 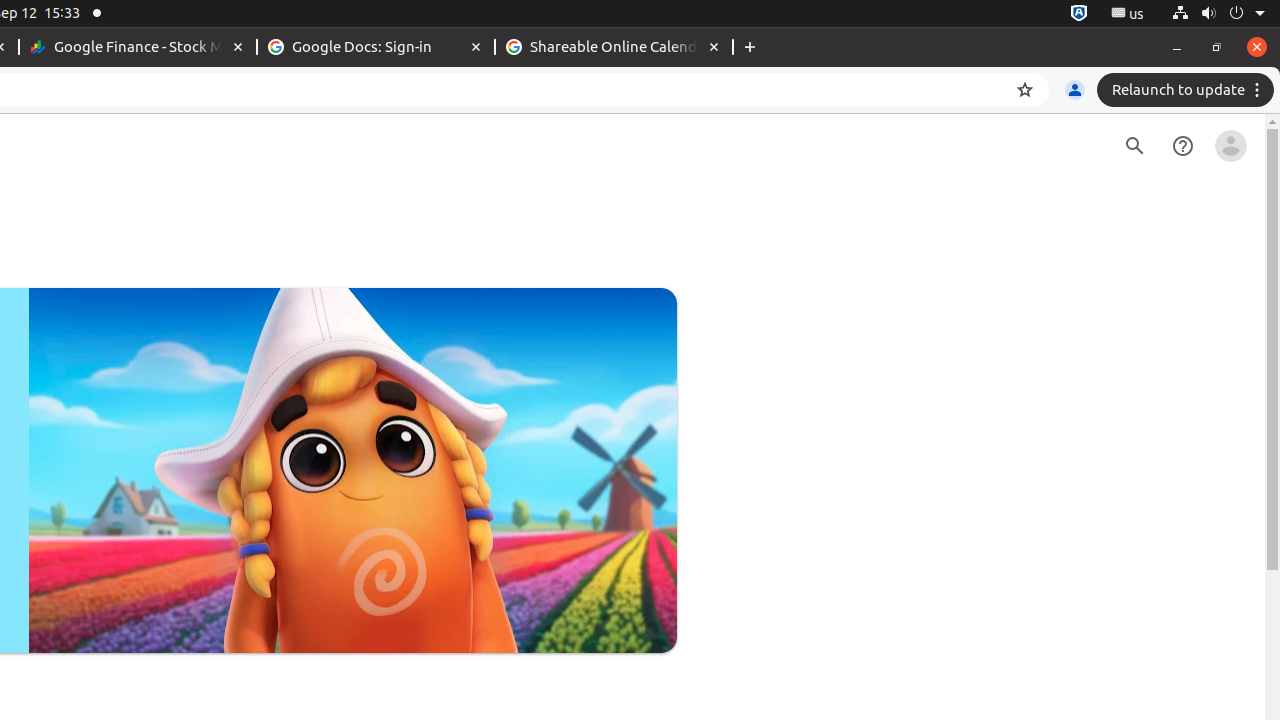 What do you see at coordinates (748, 46) in the screenshot?
I see `'New Tab'` at bounding box center [748, 46].